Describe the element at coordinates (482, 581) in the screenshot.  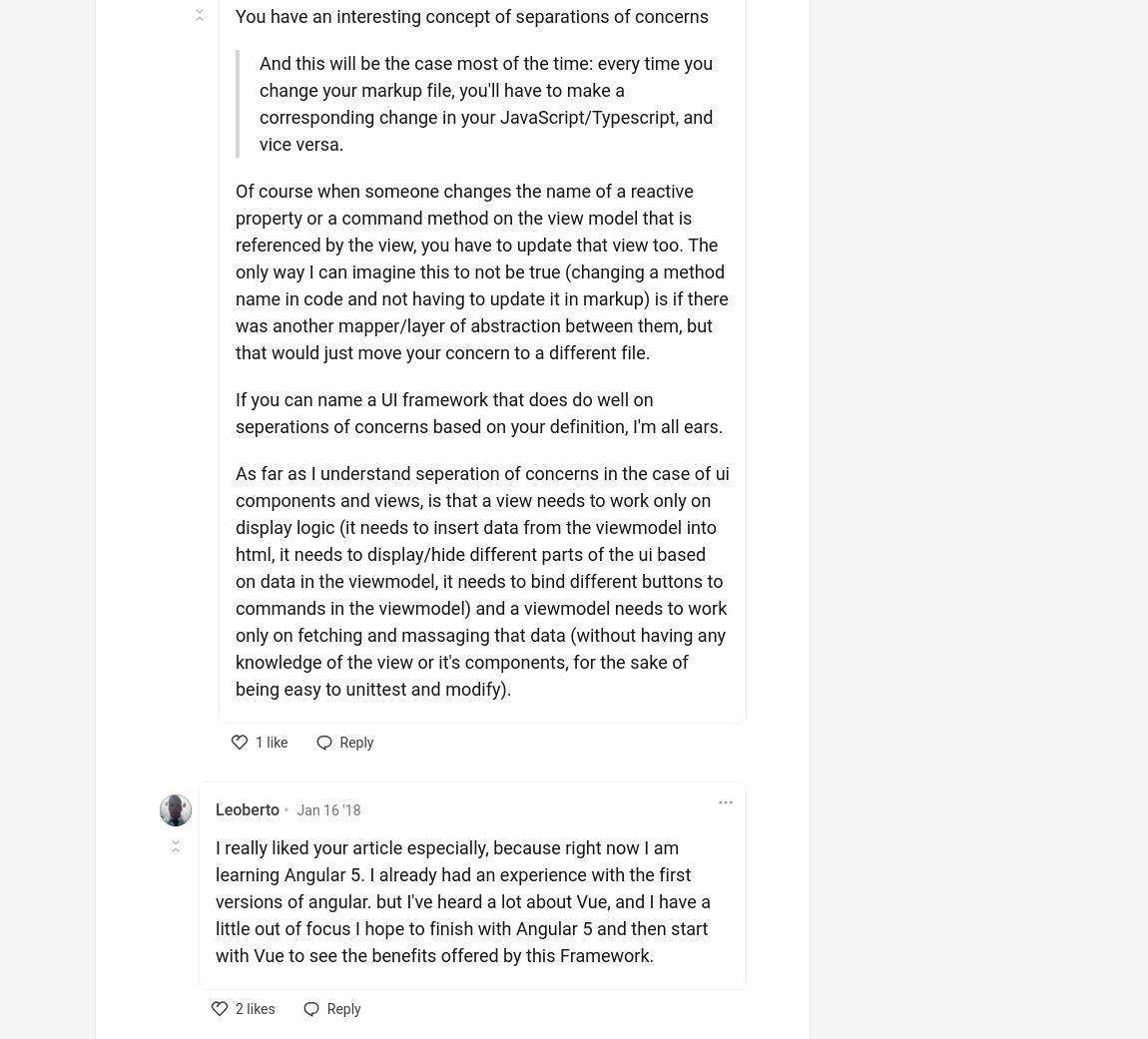
I see `'As far as I understand seperation of concerns in the case of ui components and views, is that a view needs to work only on display logic (it needs to insert data from the viewmodel into html, it needs to display/hide different parts of the ui based on data in the viewmodel, it needs to bind different buttons to commands in the viewmodel) and a viewmodel needs to work only on fetching and massaging that data (without having any knowledge of the view or it's components, for the sake of being easy to unittest and modify).'` at that location.